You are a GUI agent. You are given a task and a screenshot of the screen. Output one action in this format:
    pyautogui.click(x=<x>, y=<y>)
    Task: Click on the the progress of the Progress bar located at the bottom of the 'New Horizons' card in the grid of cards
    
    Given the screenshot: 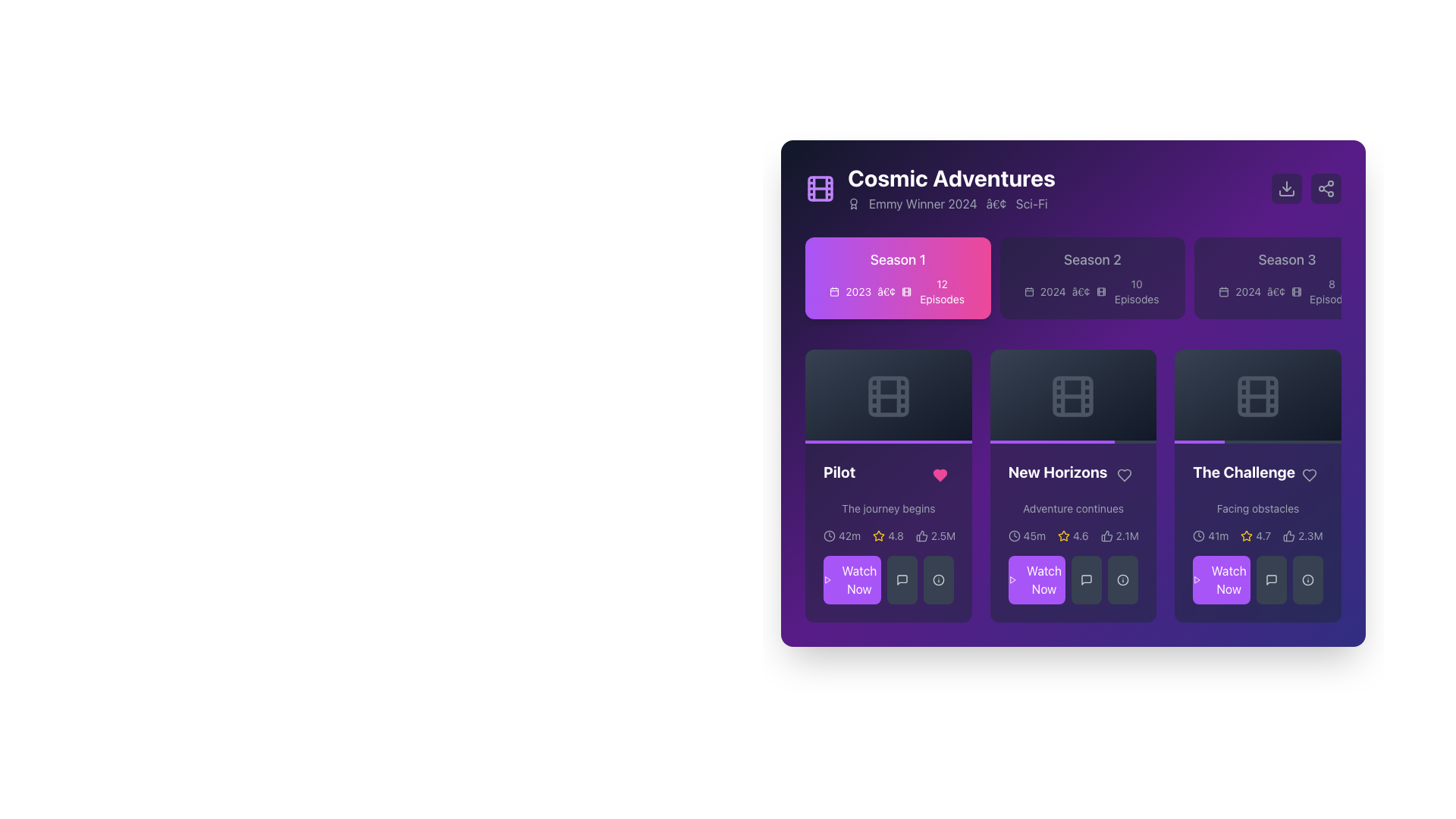 What is the action you would take?
    pyautogui.click(x=1072, y=441)
    